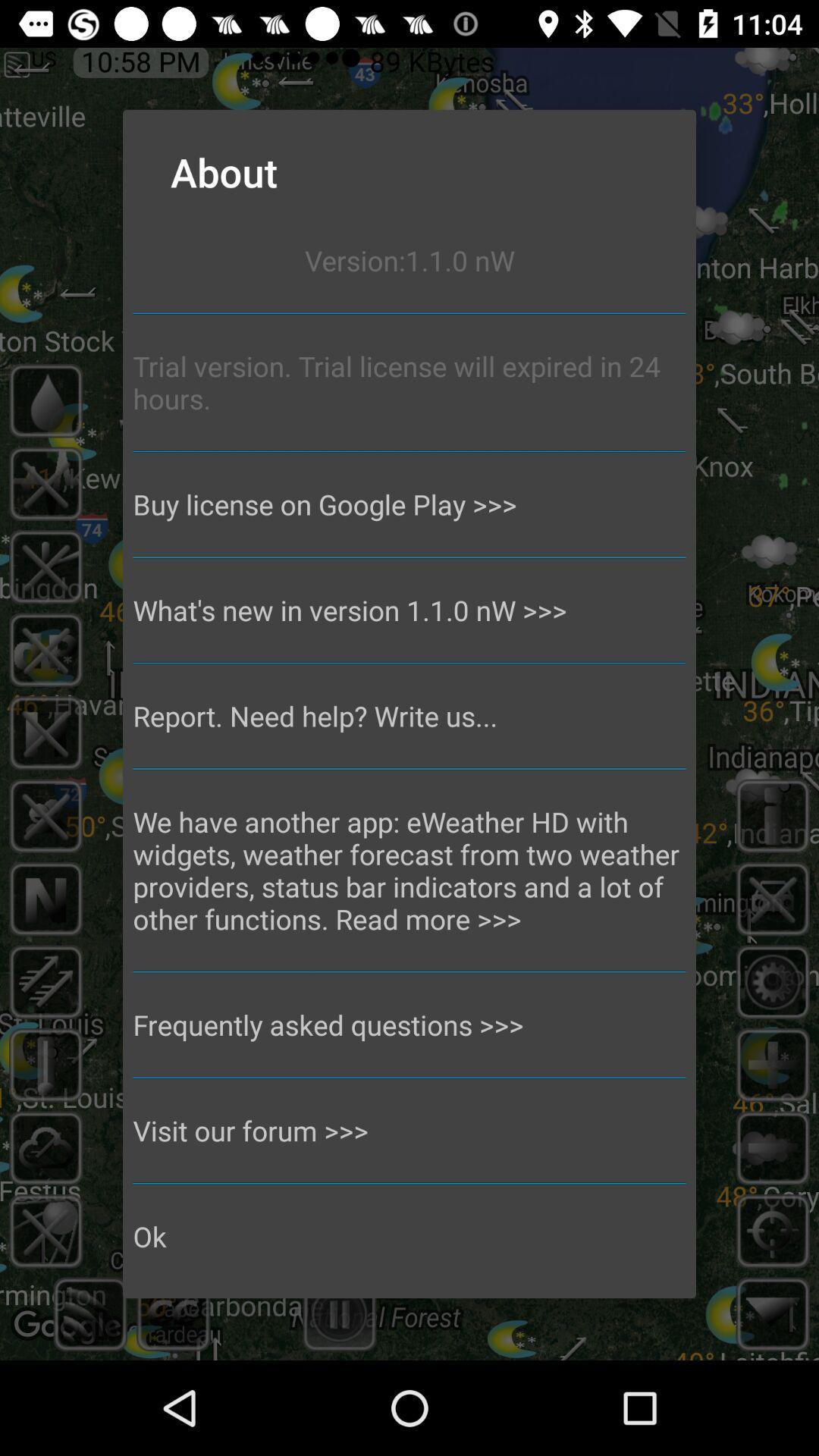 Image resolution: width=819 pixels, height=1456 pixels. Describe the element at coordinates (409, 504) in the screenshot. I see `buy license on icon` at that location.